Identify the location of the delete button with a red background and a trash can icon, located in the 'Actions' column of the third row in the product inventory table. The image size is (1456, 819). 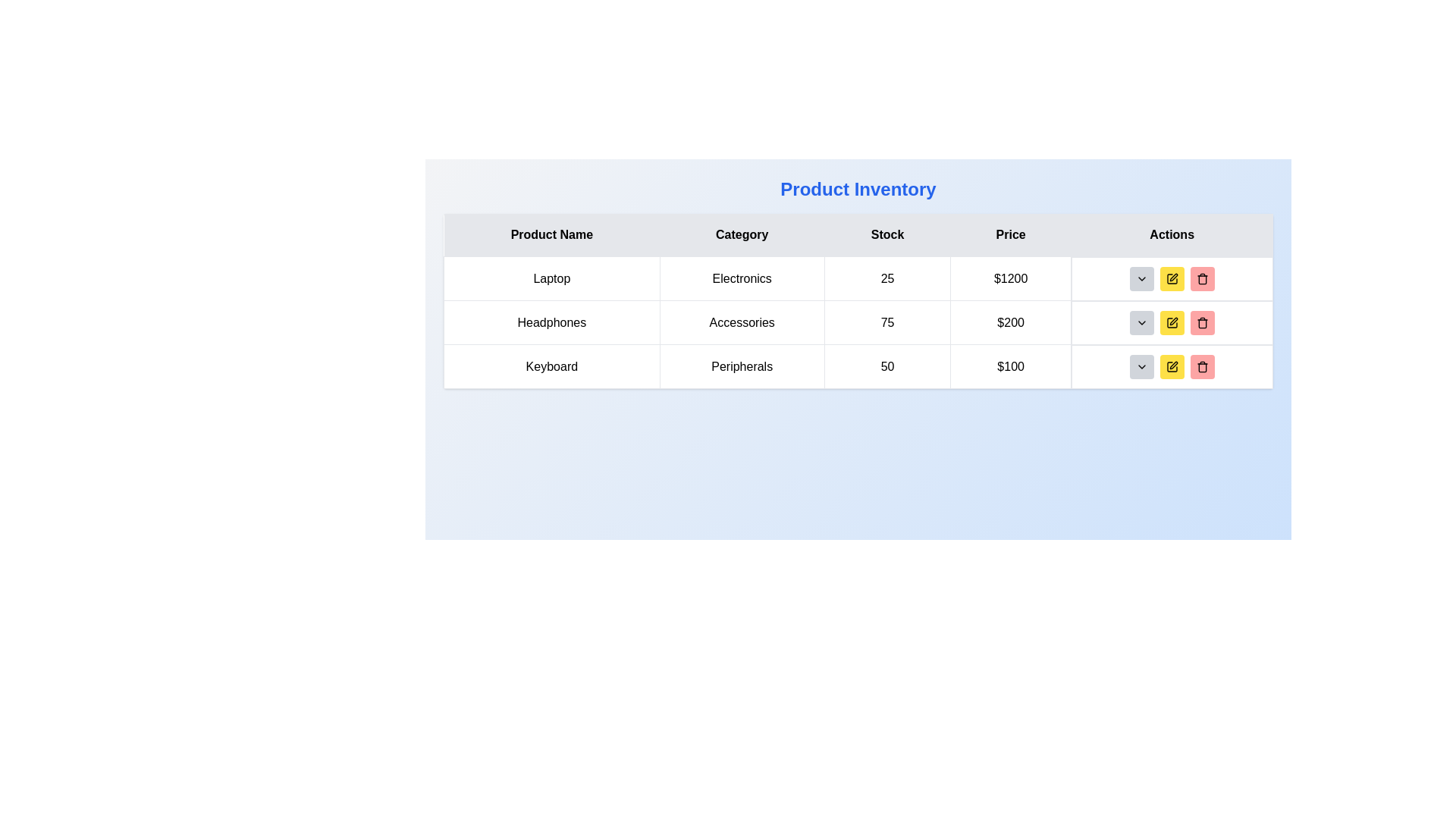
(1201, 366).